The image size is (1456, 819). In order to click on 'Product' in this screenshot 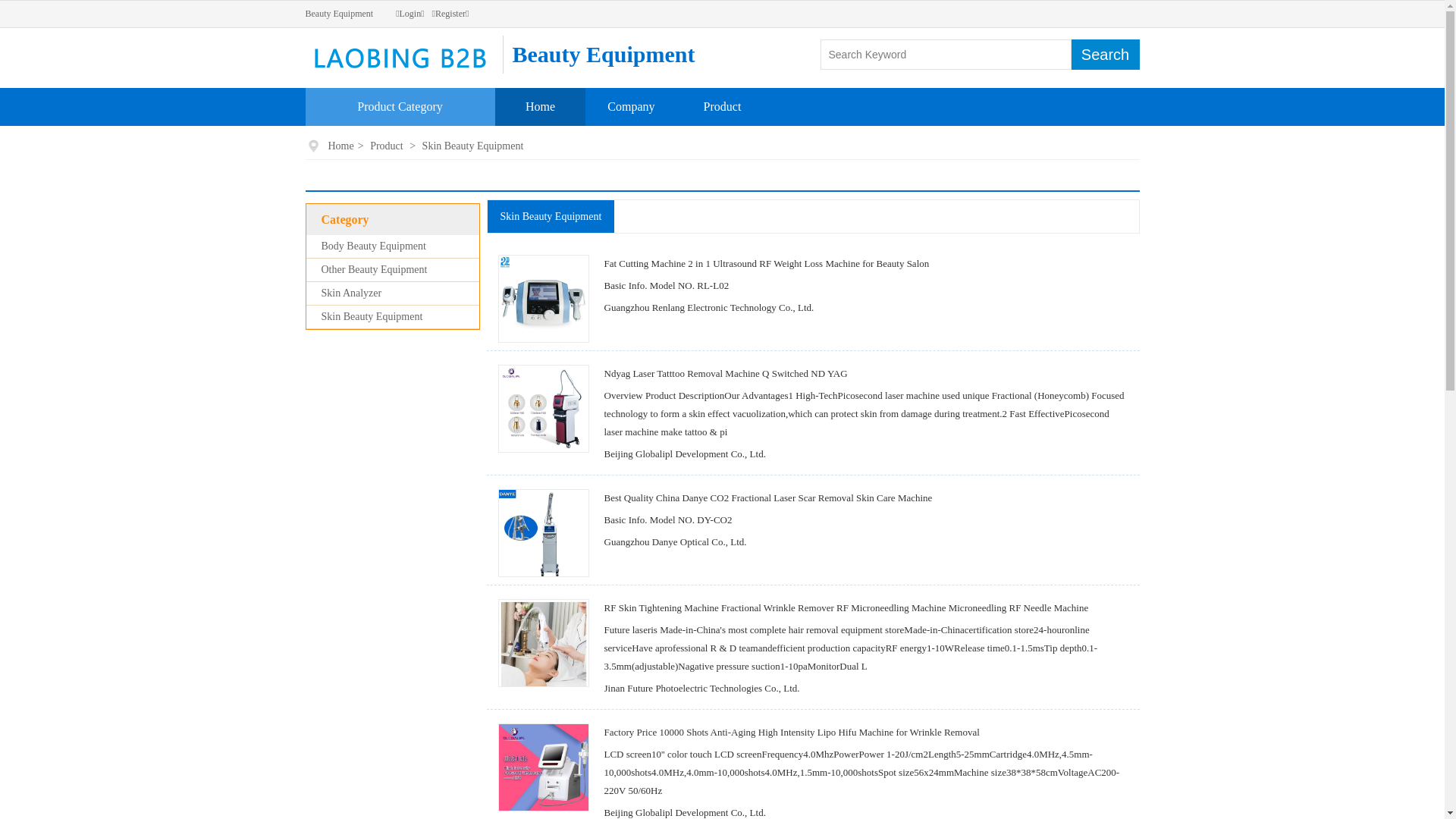, I will do `click(722, 105)`.